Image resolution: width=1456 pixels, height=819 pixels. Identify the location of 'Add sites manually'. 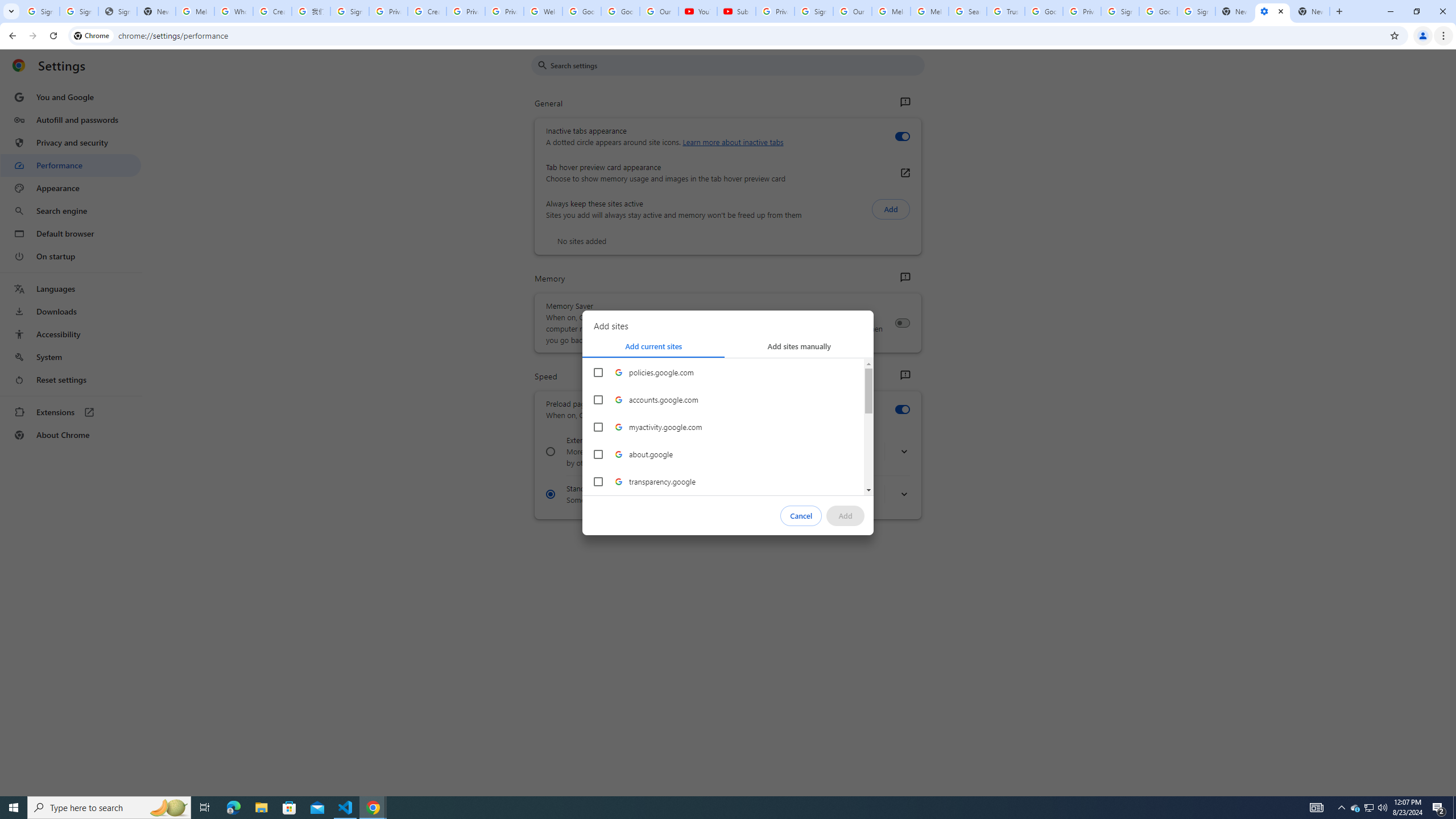
(799, 346).